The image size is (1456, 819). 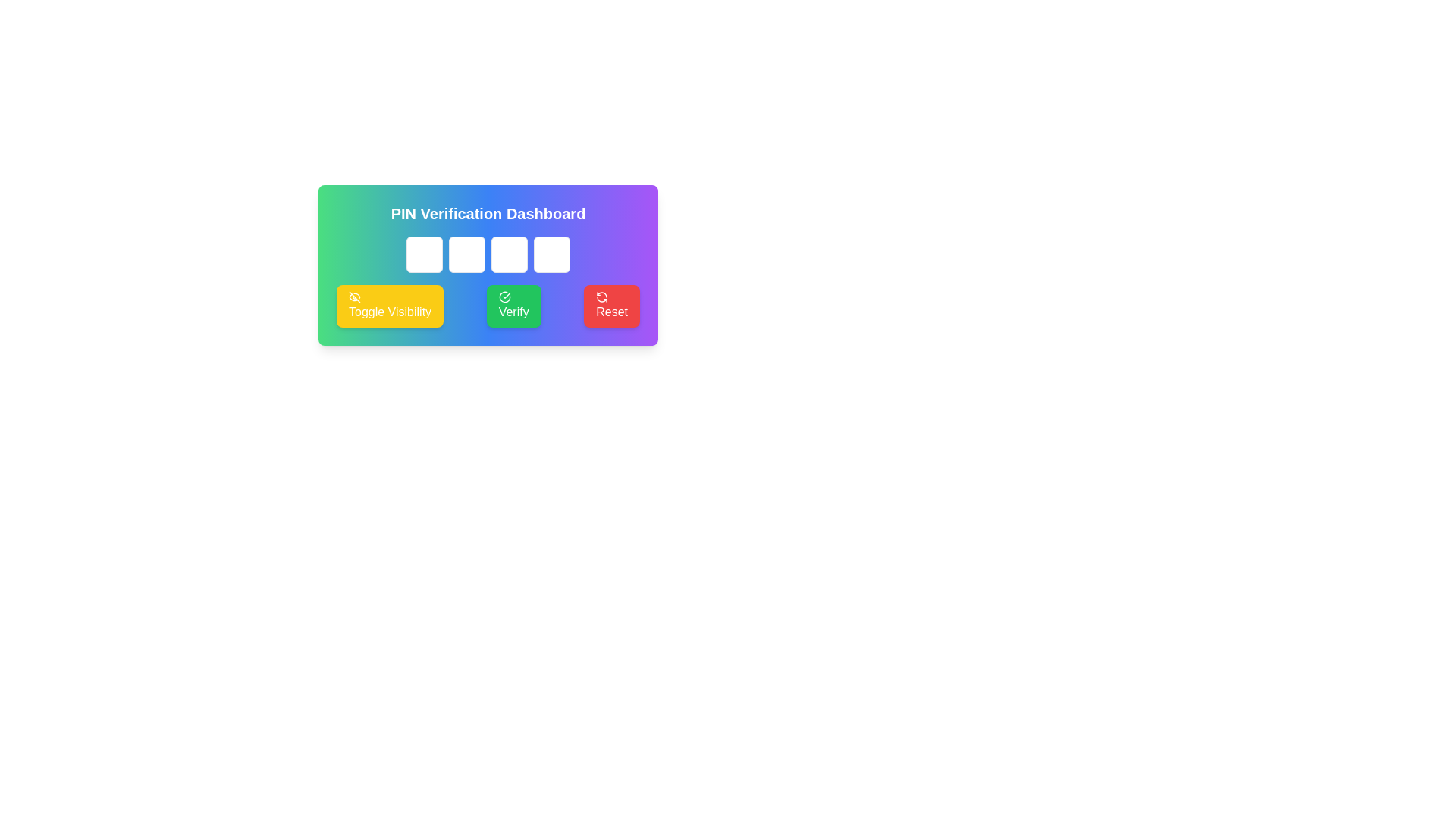 What do you see at coordinates (488, 306) in the screenshot?
I see `the 'Verify' button, which is the second button from the left in the horizontal row of three buttons on the 'PIN Verification Dashboard'` at bounding box center [488, 306].